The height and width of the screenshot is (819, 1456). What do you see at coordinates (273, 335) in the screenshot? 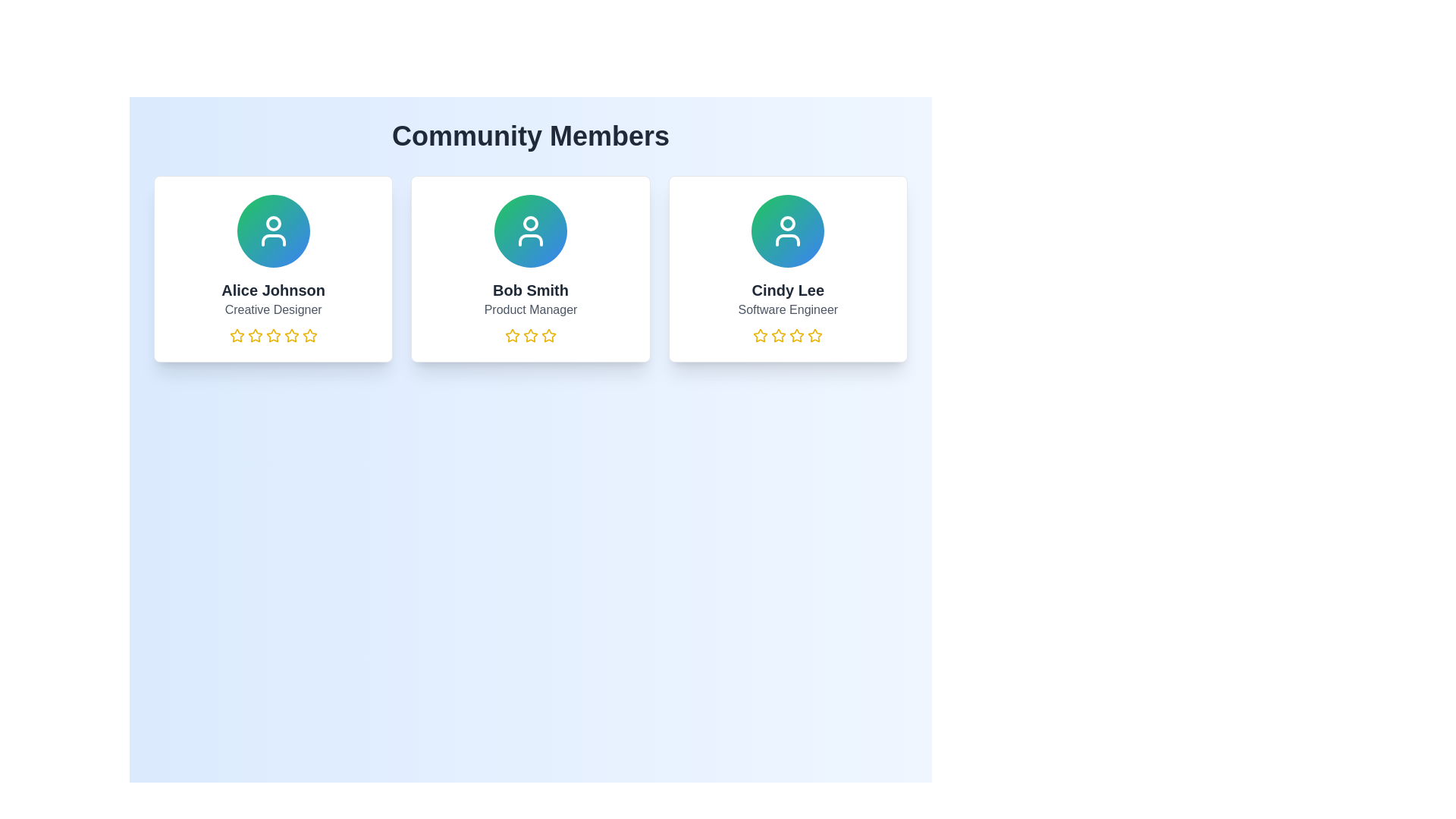
I see `rating value of the star icons located beneath the 'Creative Designer' text in the card labeled 'Alice Johnson'` at bounding box center [273, 335].